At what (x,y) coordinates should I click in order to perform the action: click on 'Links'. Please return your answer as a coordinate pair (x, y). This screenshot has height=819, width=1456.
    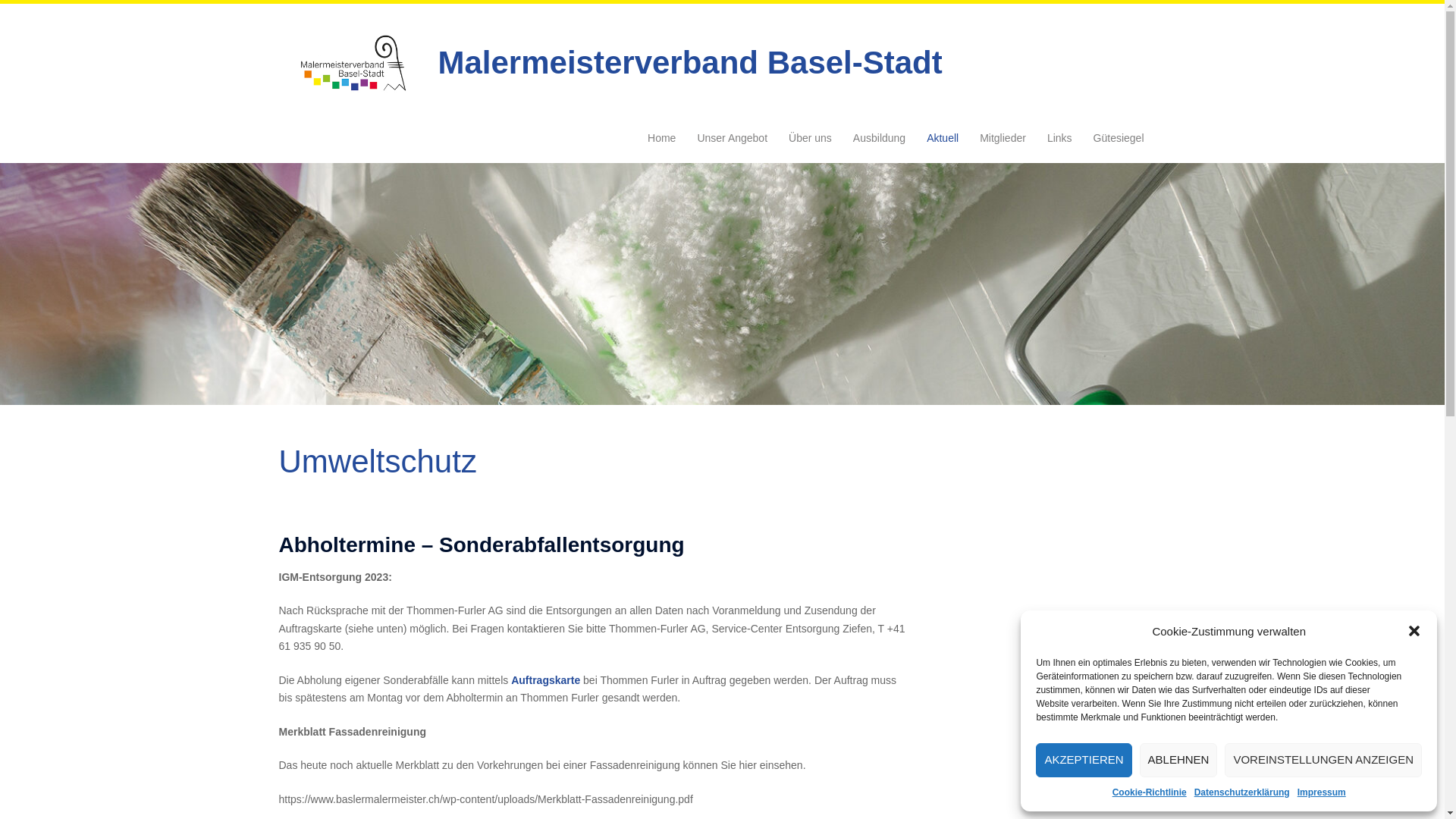
    Looking at the image, I should click on (1046, 138).